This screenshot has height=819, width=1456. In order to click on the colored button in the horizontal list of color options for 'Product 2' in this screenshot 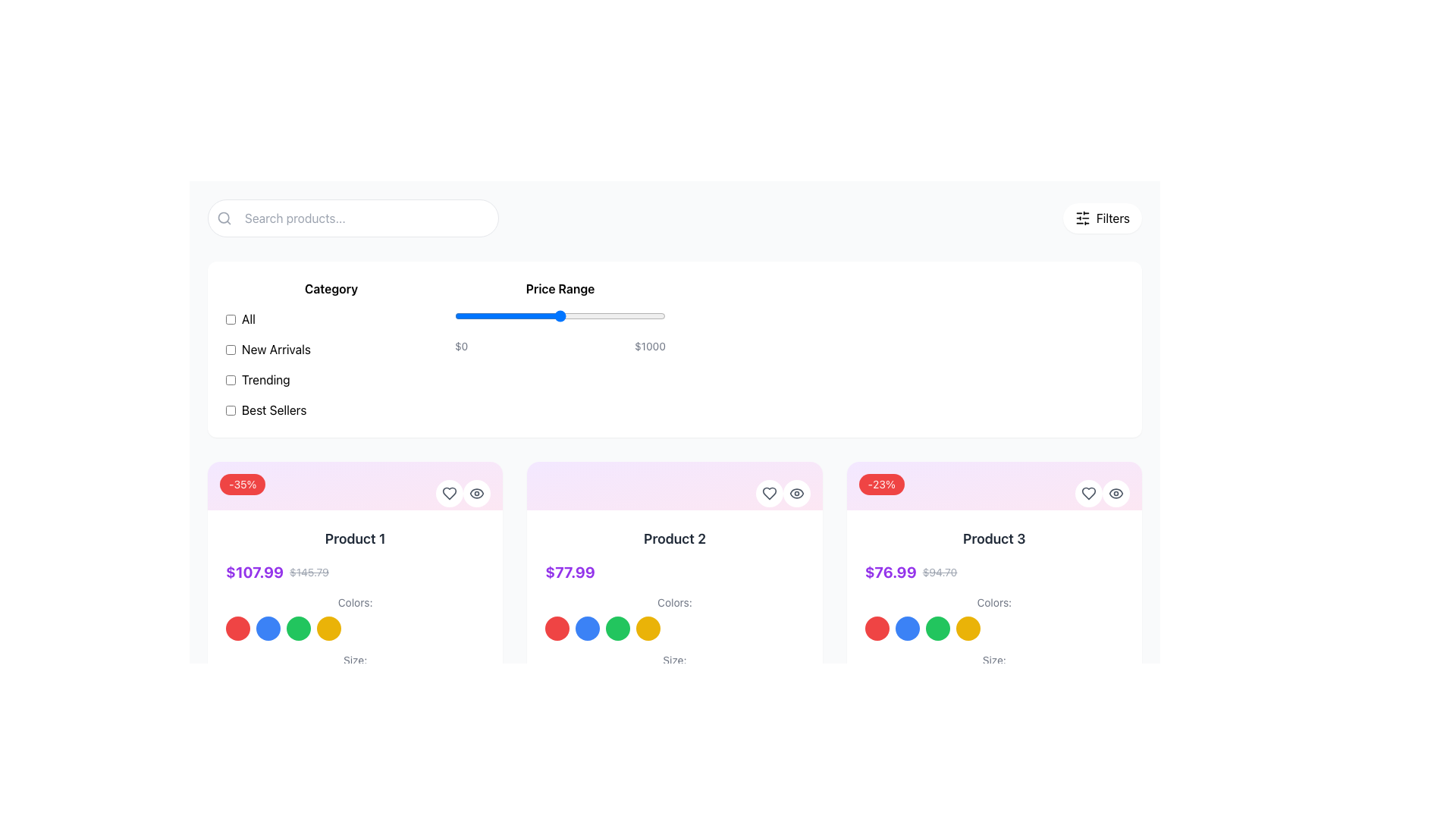, I will do `click(673, 629)`.